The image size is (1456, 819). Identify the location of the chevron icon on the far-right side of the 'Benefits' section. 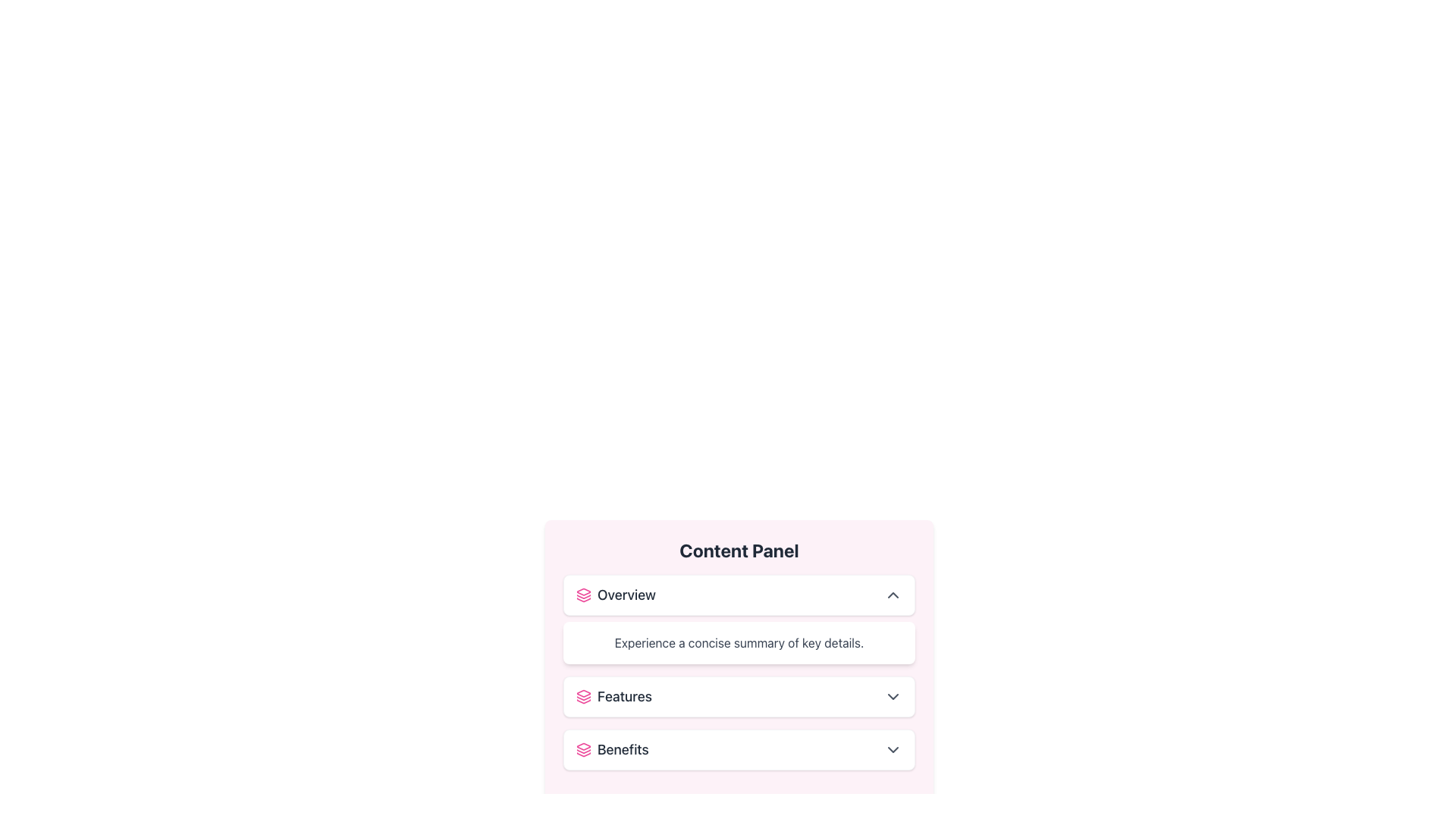
(893, 748).